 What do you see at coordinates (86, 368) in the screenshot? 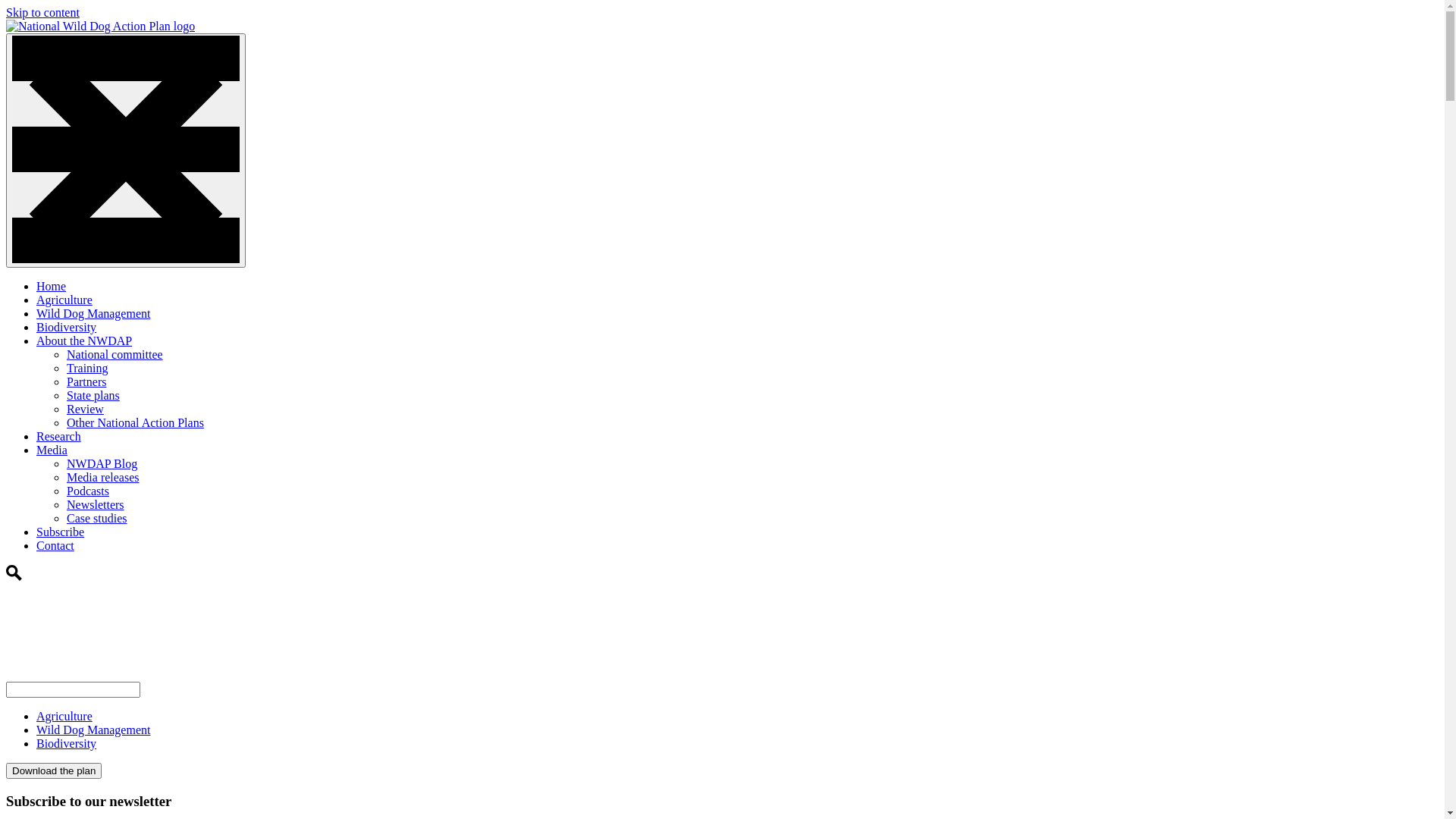
I see `'Training'` at bounding box center [86, 368].